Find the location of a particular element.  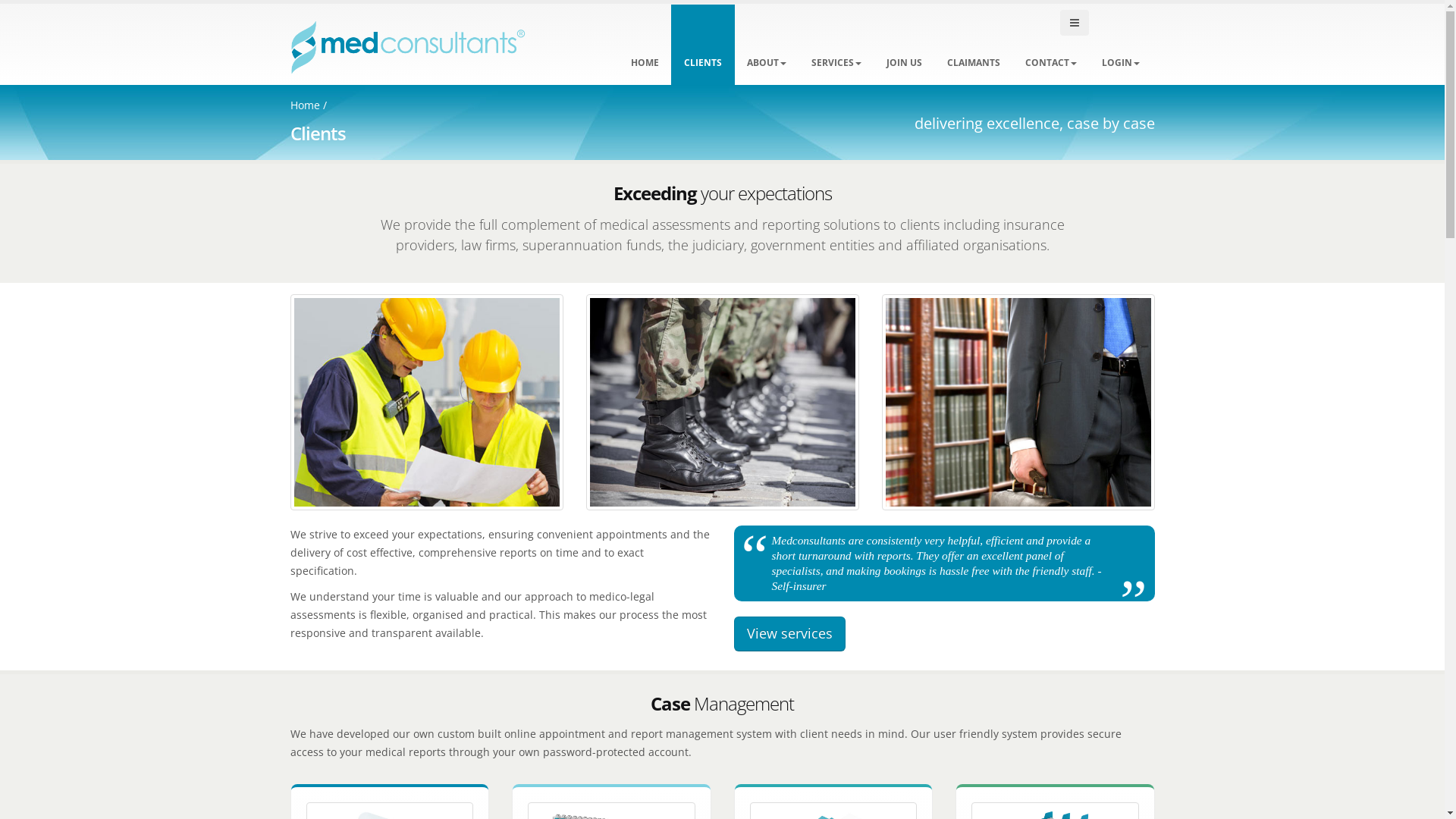

'CLAIMANTS' is located at coordinates (973, 44).